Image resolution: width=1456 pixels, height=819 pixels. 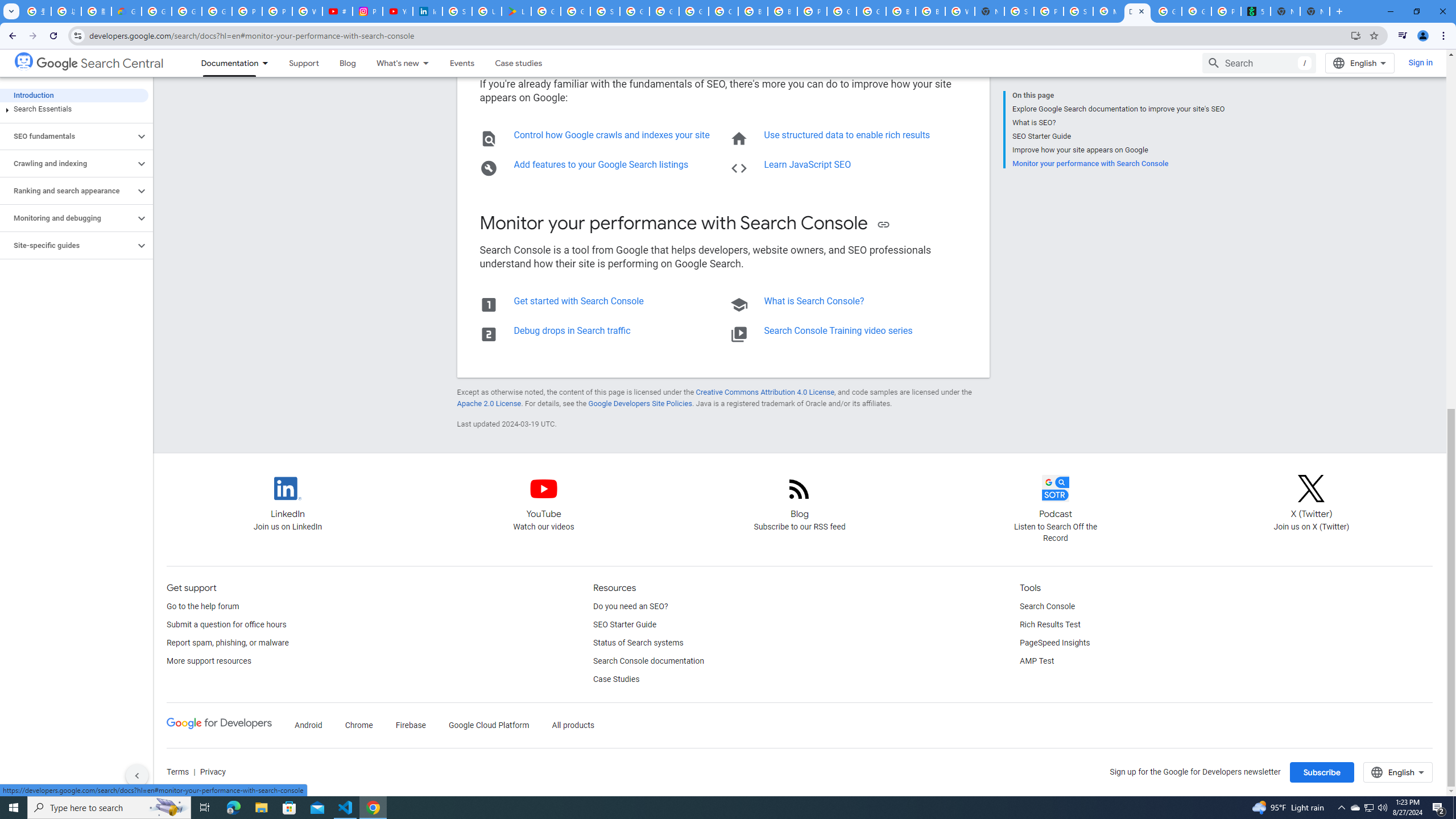 What do you see at coordinates (74, 109) in the screenshot?
I see `'Search Essentials'` at bounding box center [74, 109].